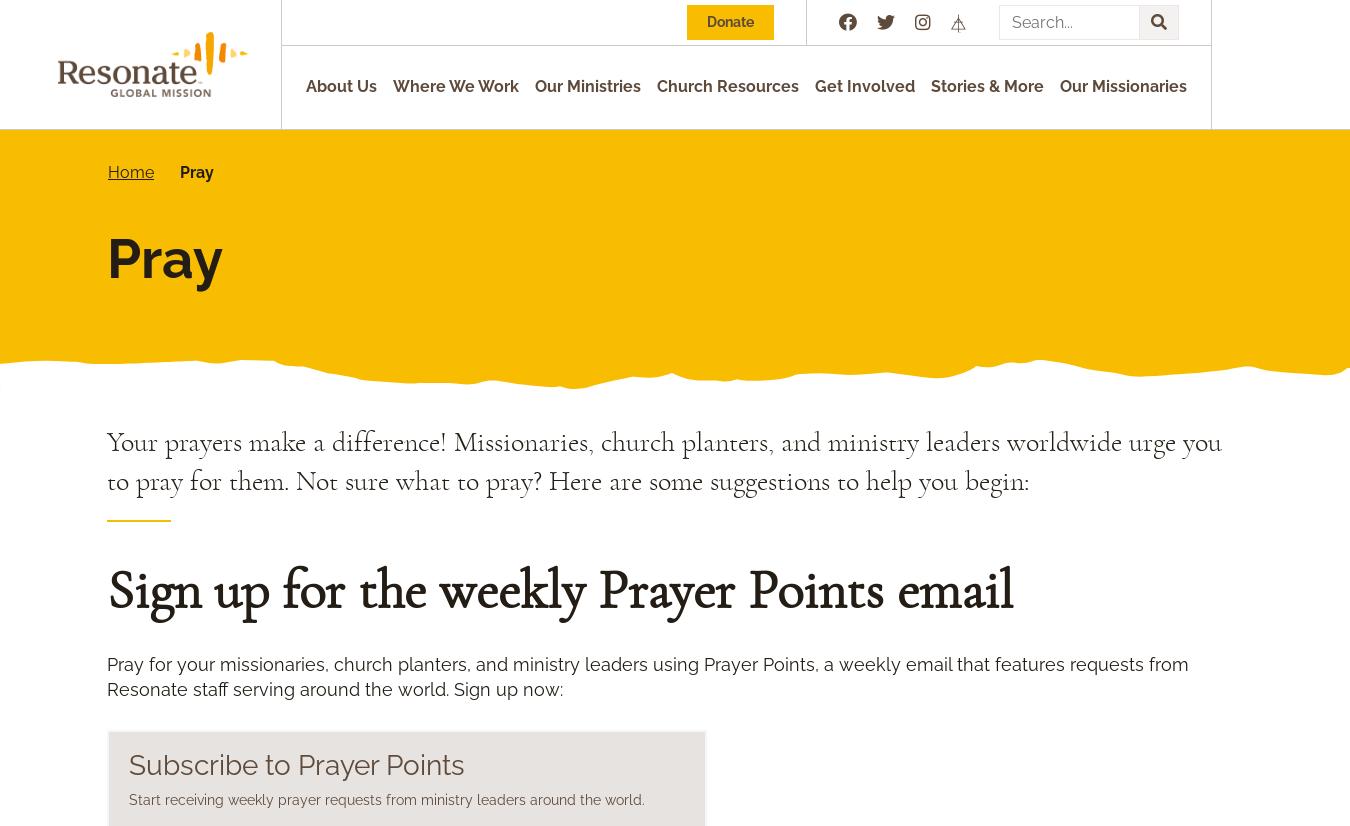  What do you see at coordinates (106, 537) in the screenshot?
I see `'Pray for the worldwide church and its mission:'` at bounding box center [106, 537].